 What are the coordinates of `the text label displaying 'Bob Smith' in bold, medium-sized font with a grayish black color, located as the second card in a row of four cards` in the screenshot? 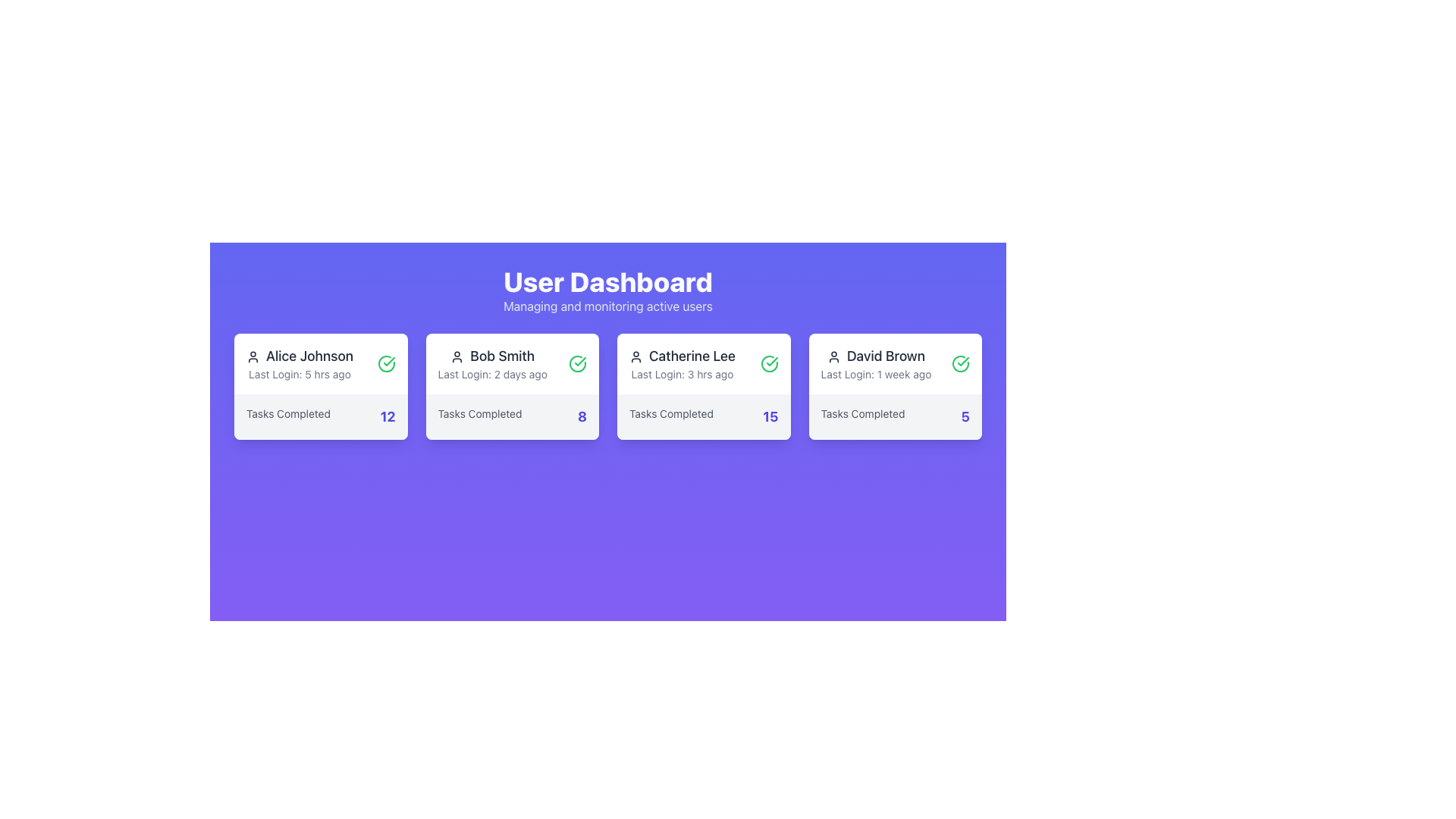 It's located at (492, 356).